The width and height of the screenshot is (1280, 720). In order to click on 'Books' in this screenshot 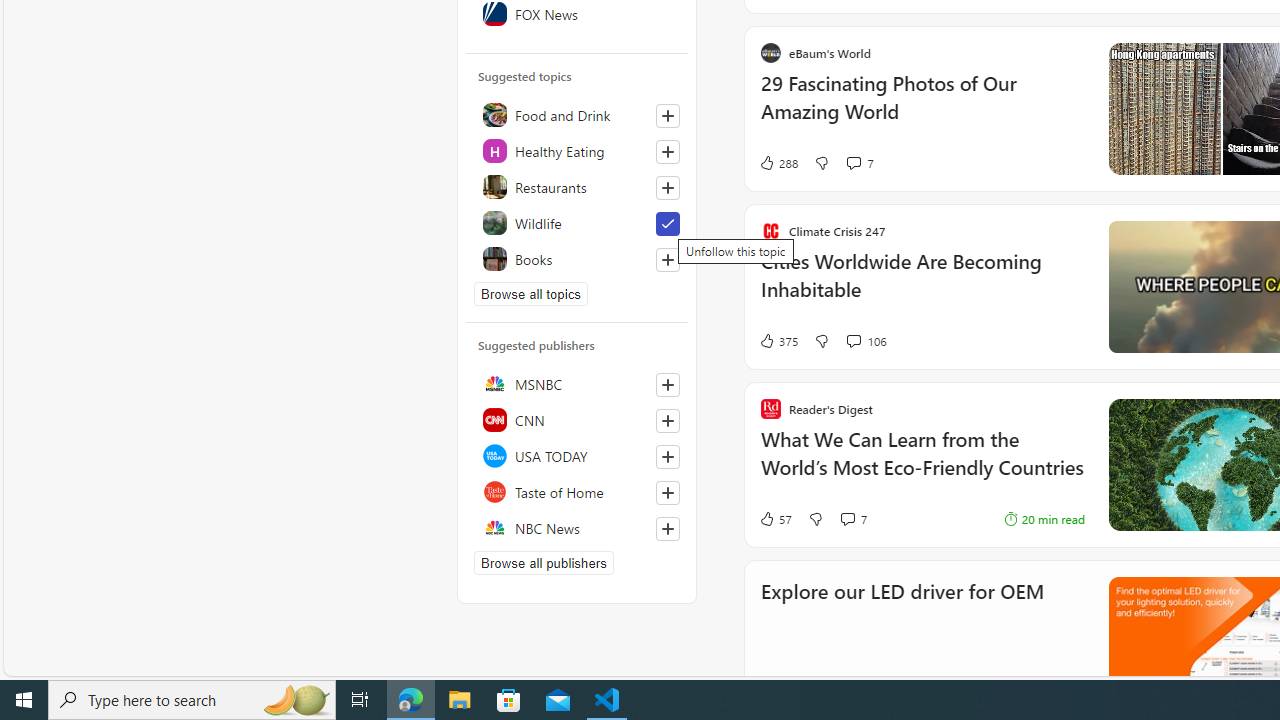, I will do `click(576, 257)`.